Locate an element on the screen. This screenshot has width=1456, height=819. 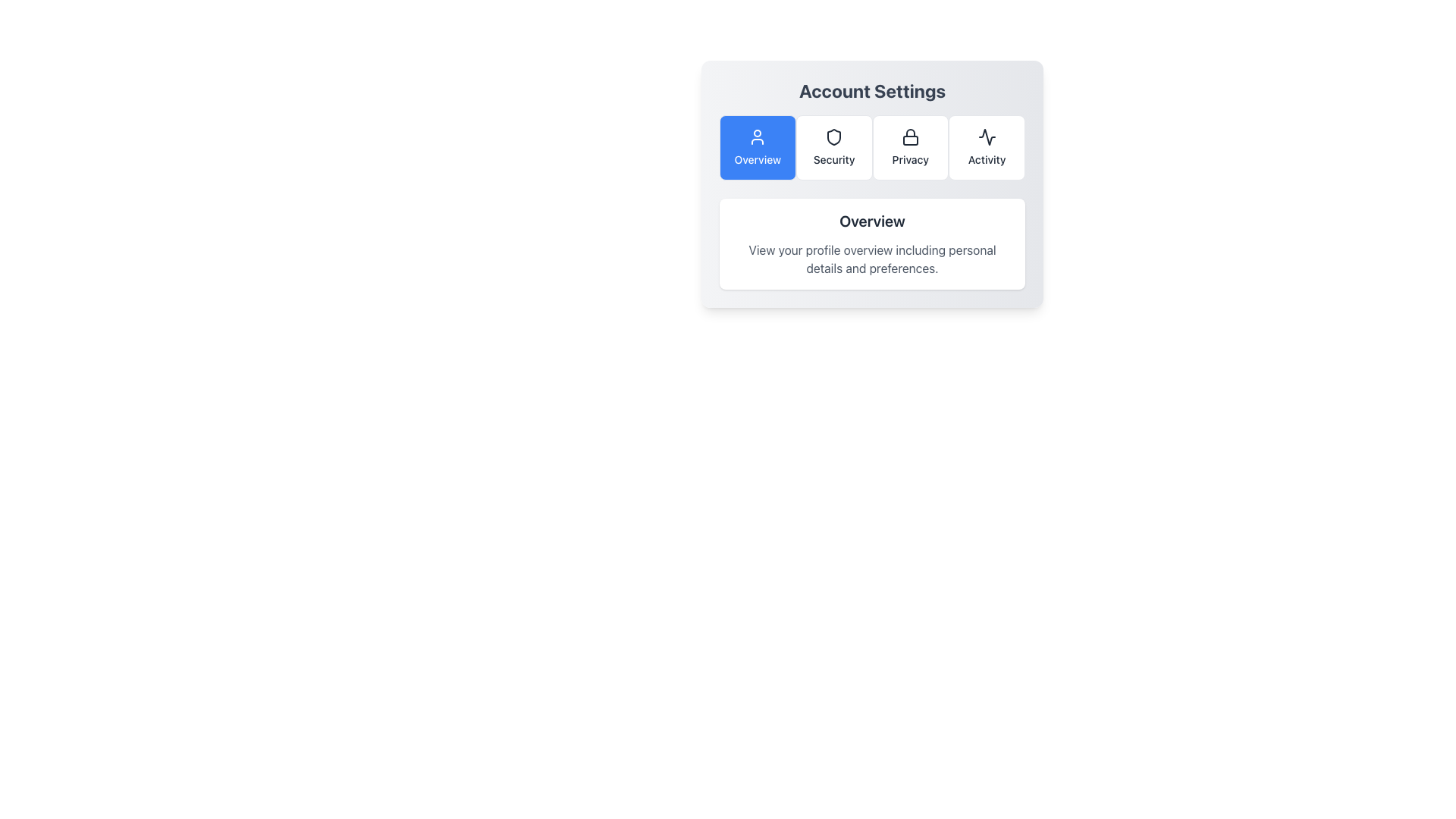
the user profile icon within the 'Overview' button in the 'Account Settings' section is located at coordinates (758, 137).